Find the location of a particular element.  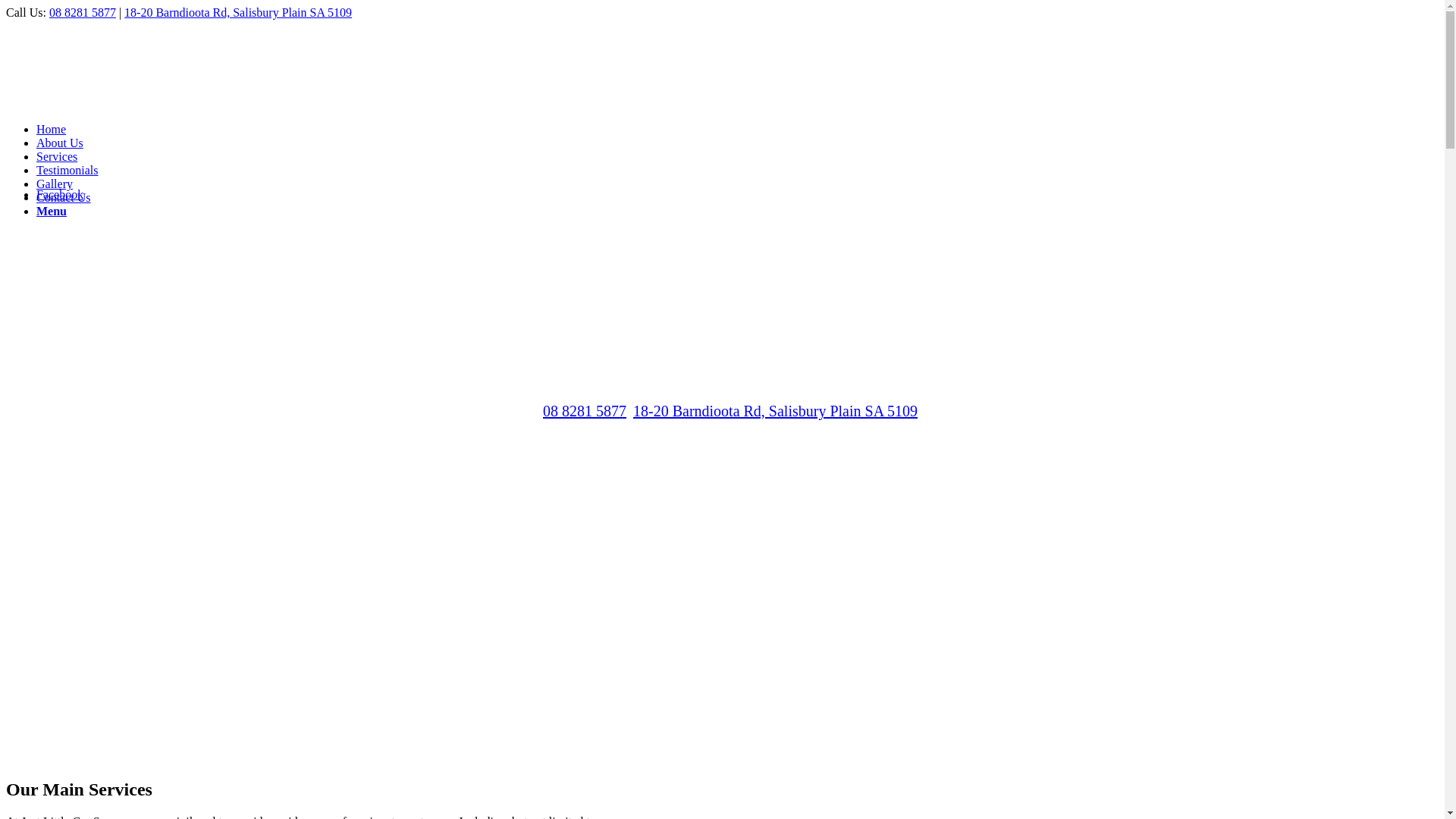

'18-20 Barndioota Rd, Salisbury Plain SA 5109' is located at coordinates (237, 12).